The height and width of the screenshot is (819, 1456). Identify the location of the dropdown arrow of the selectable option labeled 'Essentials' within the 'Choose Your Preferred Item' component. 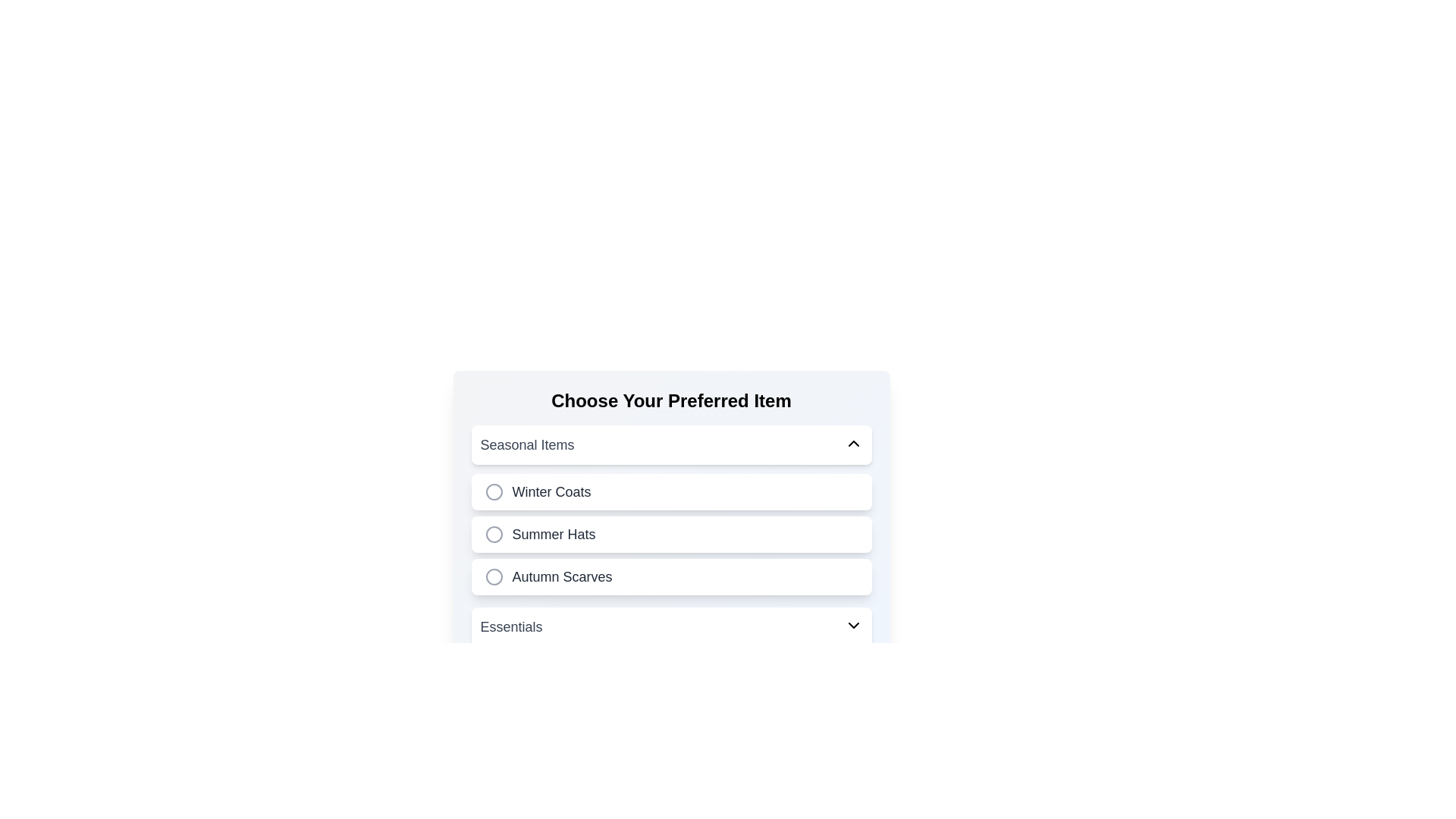
(670, 626).